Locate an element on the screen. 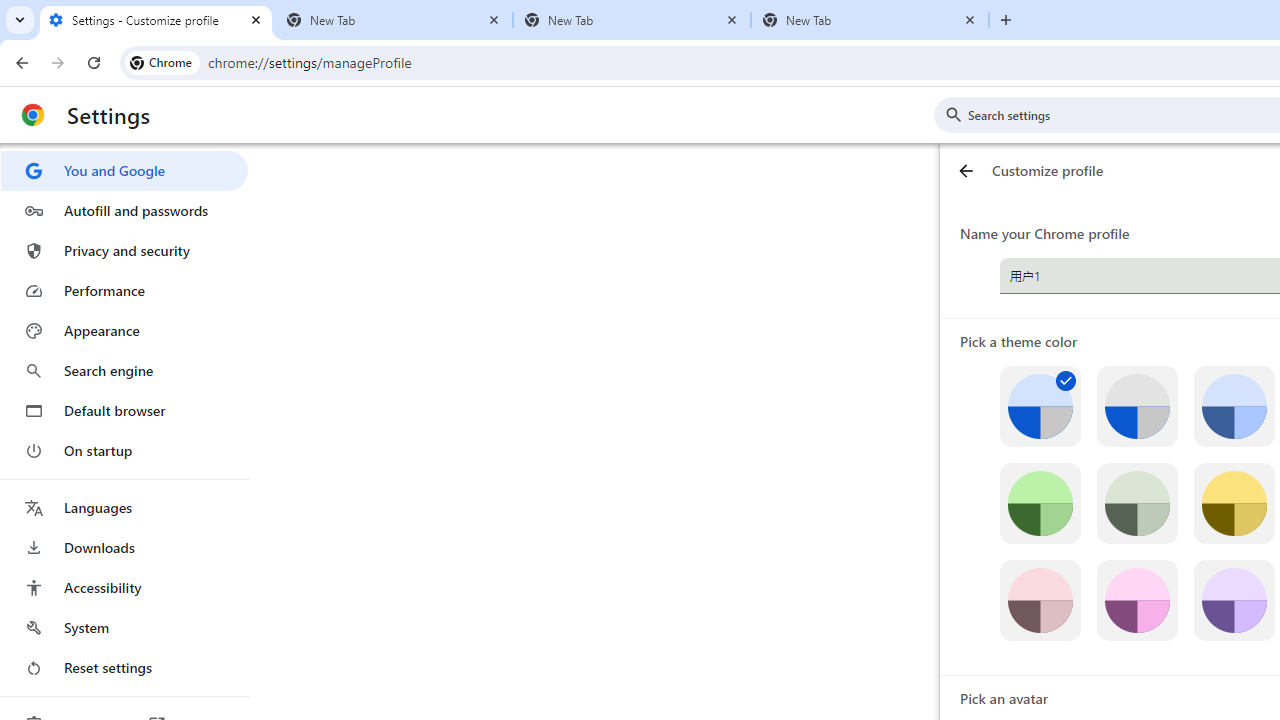 The image size is (1280, 720). 'Search engine' is located at coordinates (123, 371).